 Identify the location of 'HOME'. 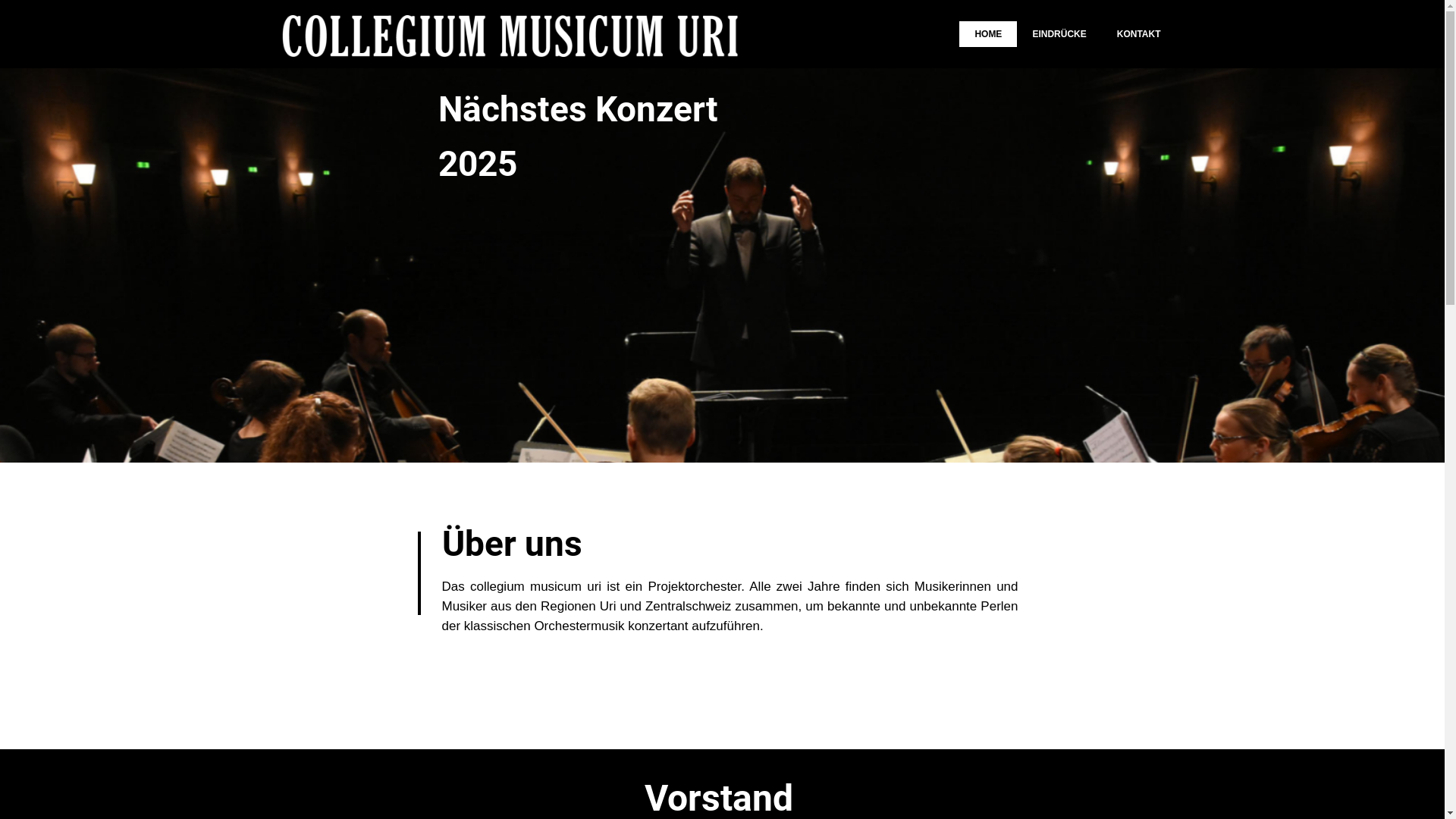
(987, 34).